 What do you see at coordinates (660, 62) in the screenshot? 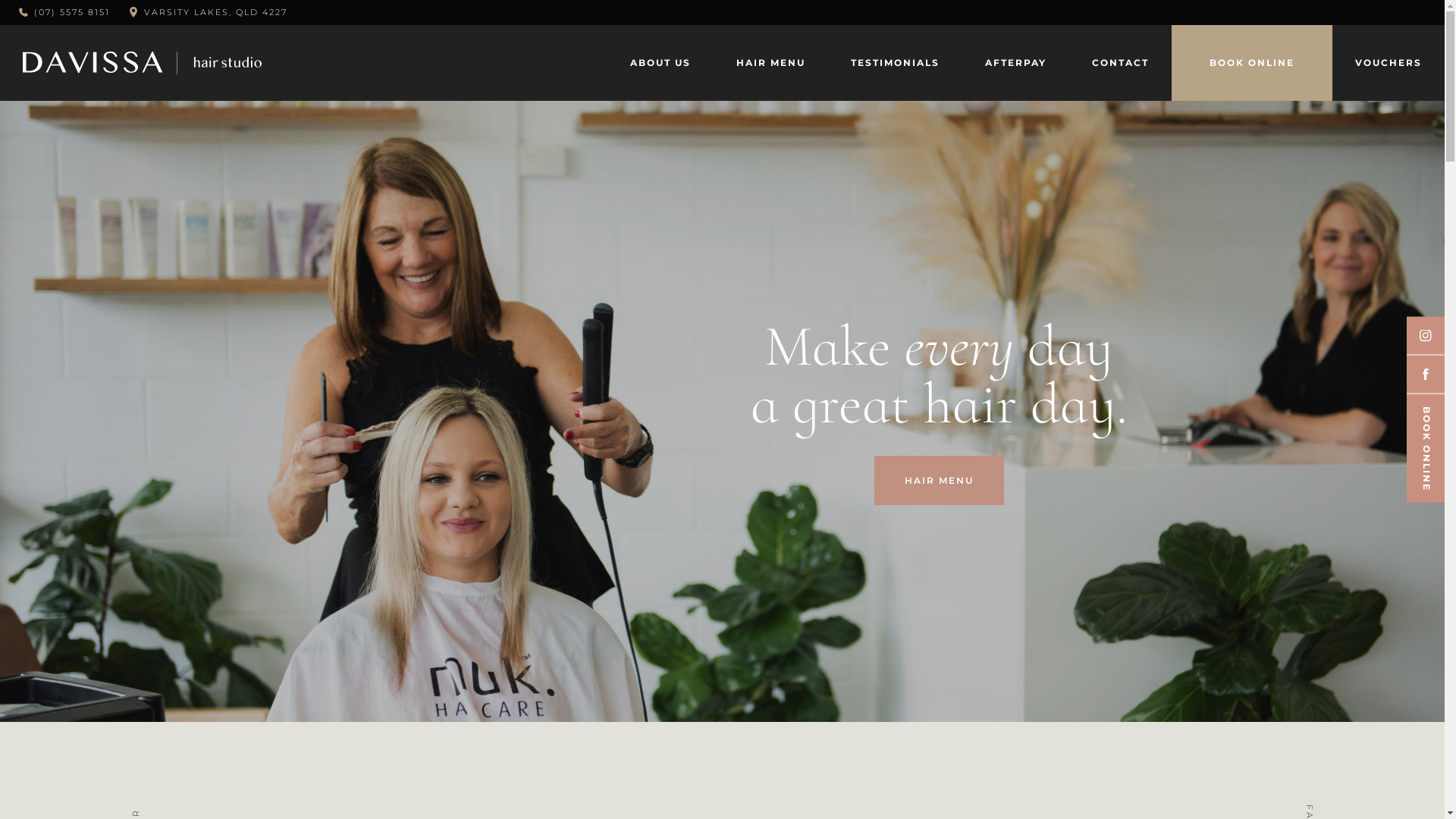
I see `'ABOUT US'` at bounding box center [660, 62].